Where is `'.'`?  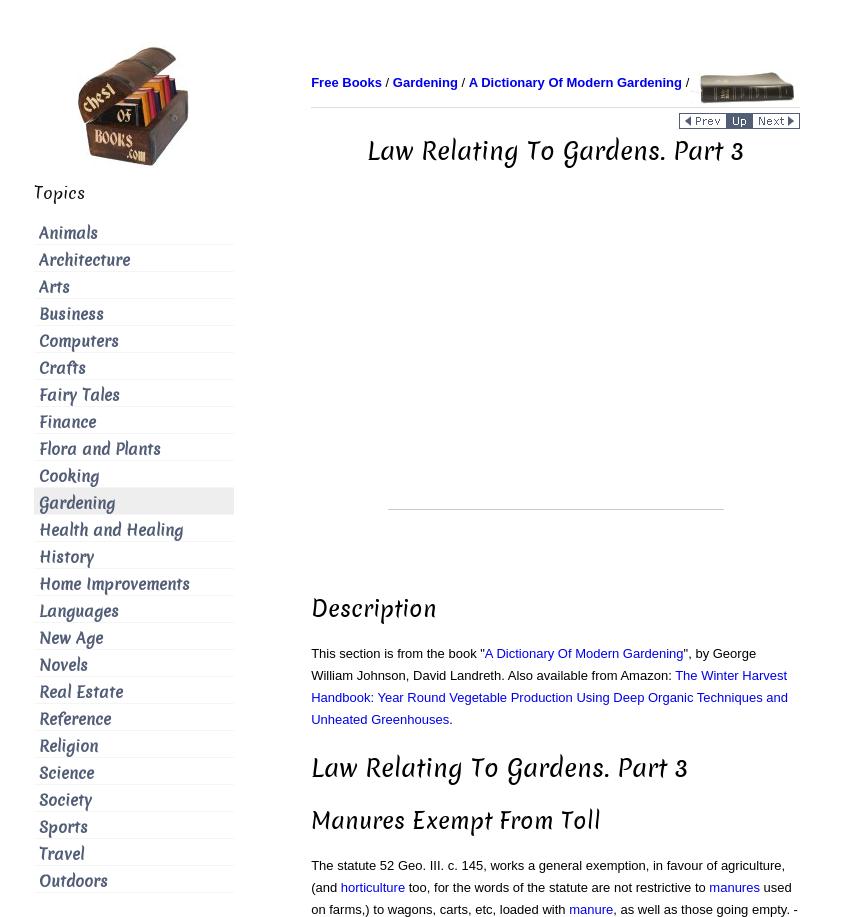 '.' is located at coordinates (449, 719).